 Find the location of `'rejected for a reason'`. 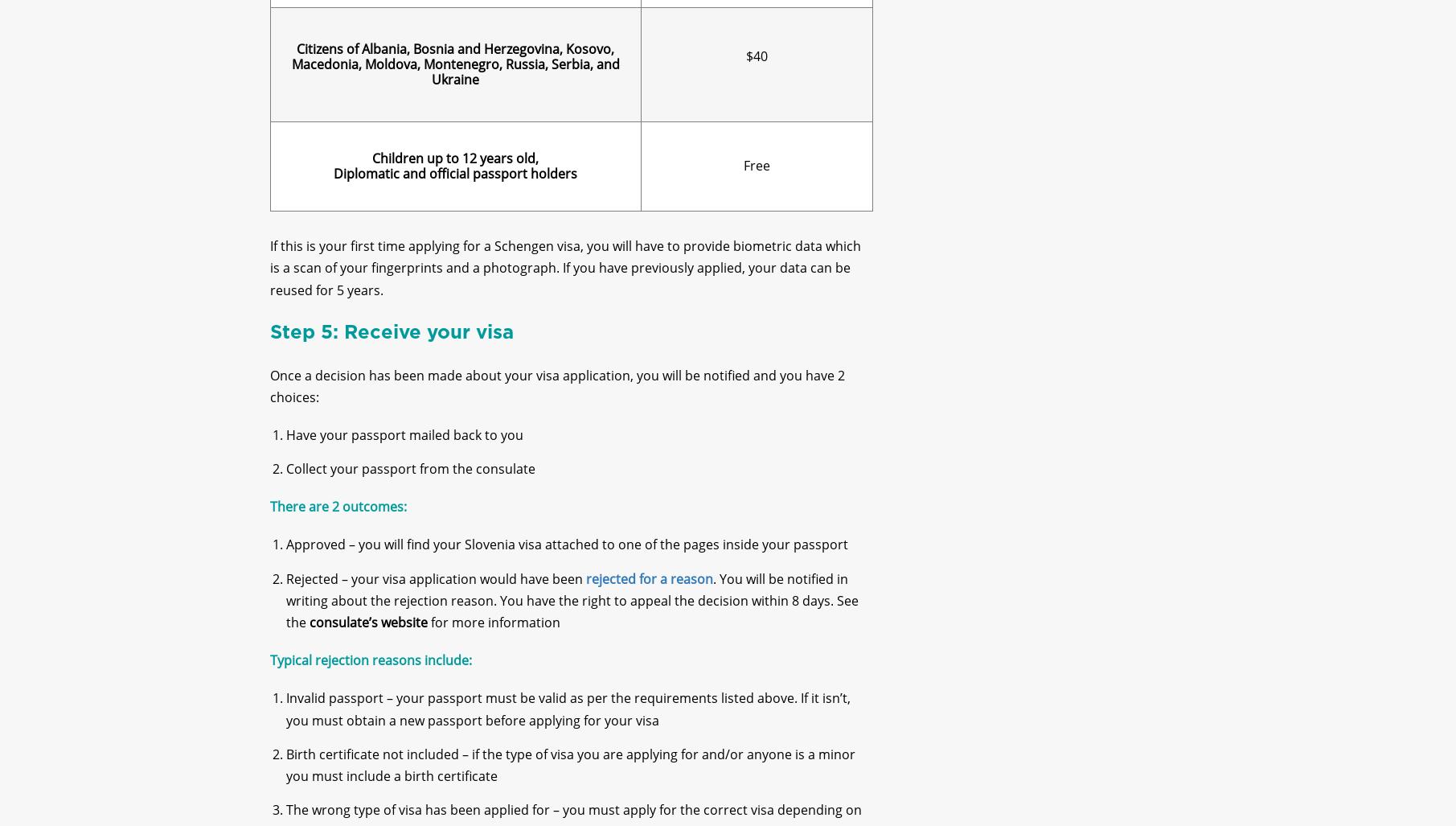

'rejected for a reason' is located at coordinates (648, 592).